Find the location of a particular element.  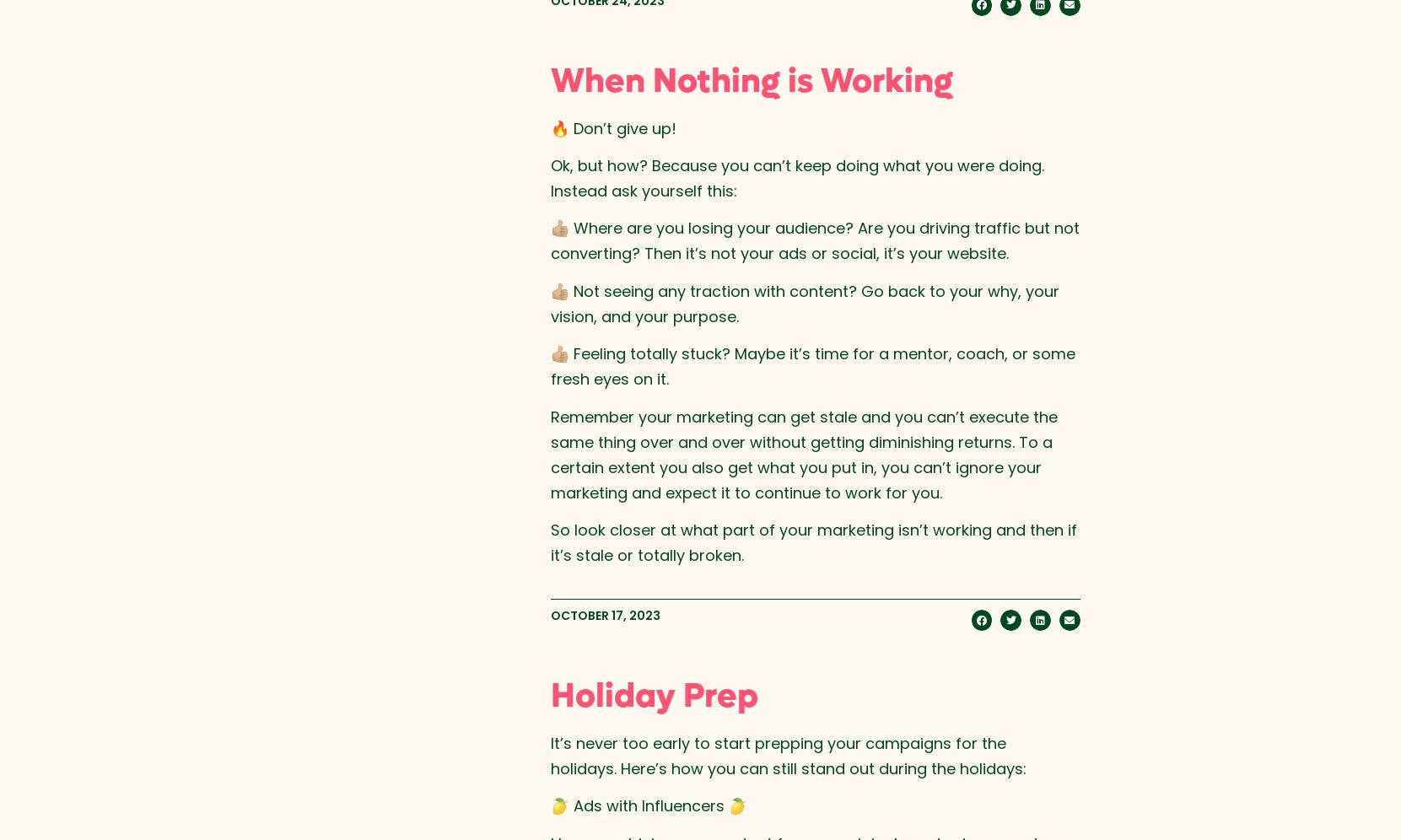

'🔥 Don’t give up!' is located at coordinates (612, 127).